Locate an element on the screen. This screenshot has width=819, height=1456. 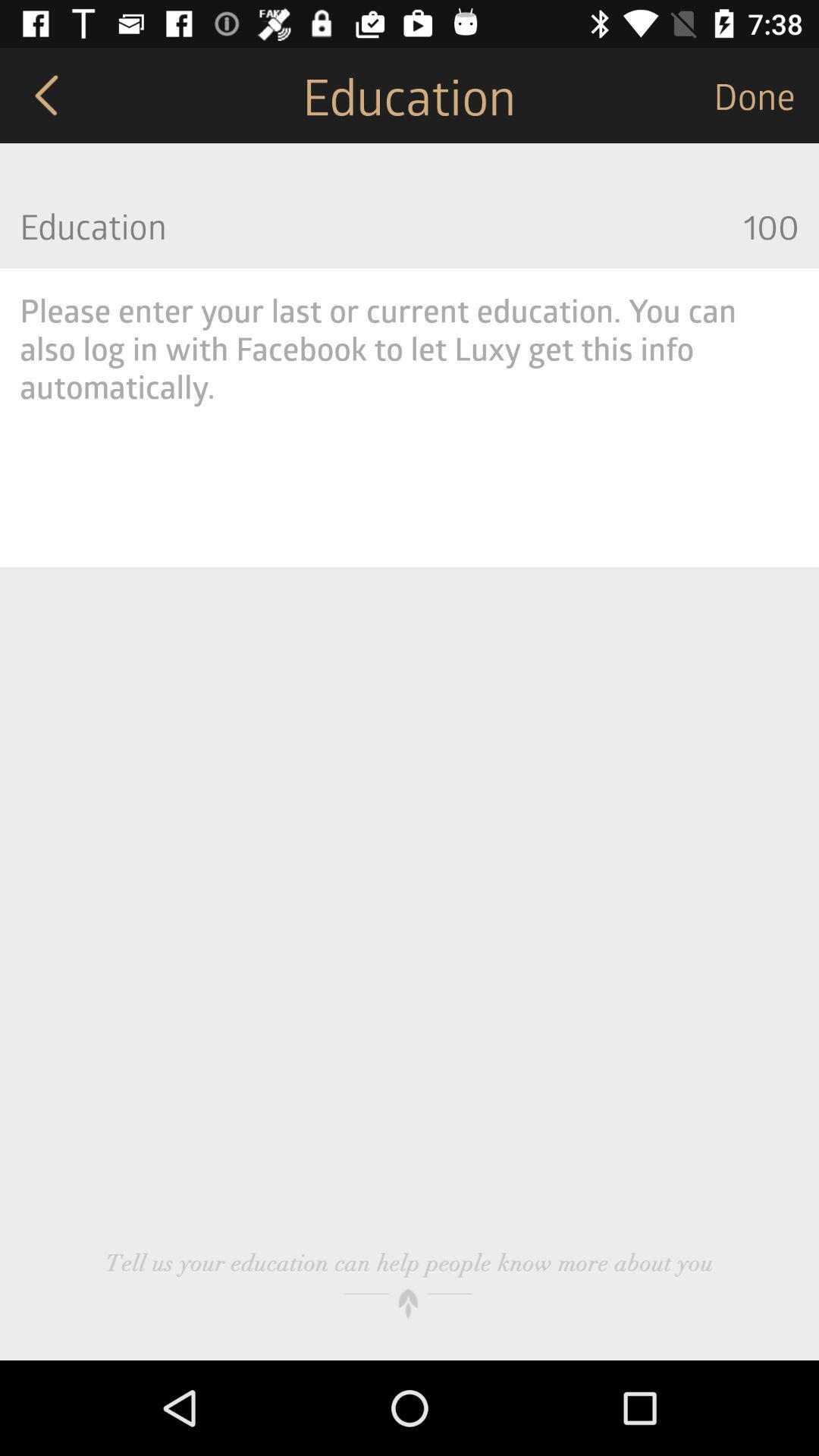
item next to the education icon is located at coordinates (766, 94).